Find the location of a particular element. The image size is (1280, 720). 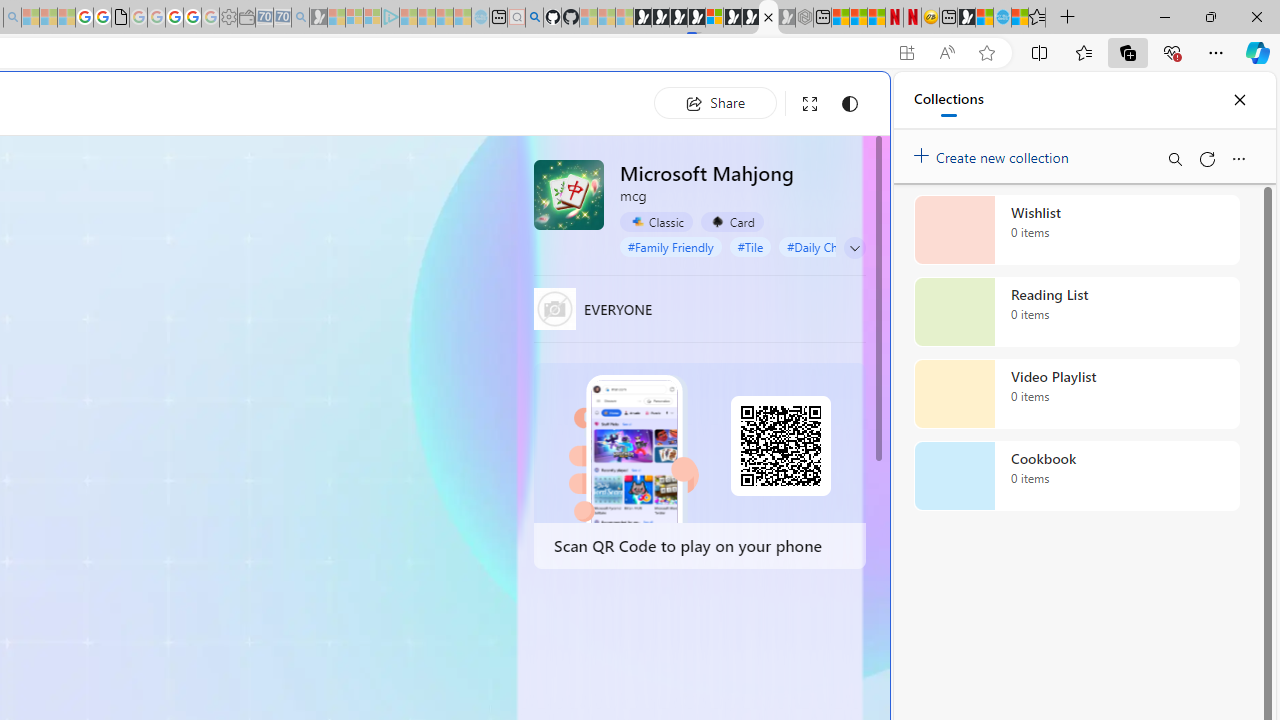

'#Daily Challenge' is located at coordinates (832, 245).